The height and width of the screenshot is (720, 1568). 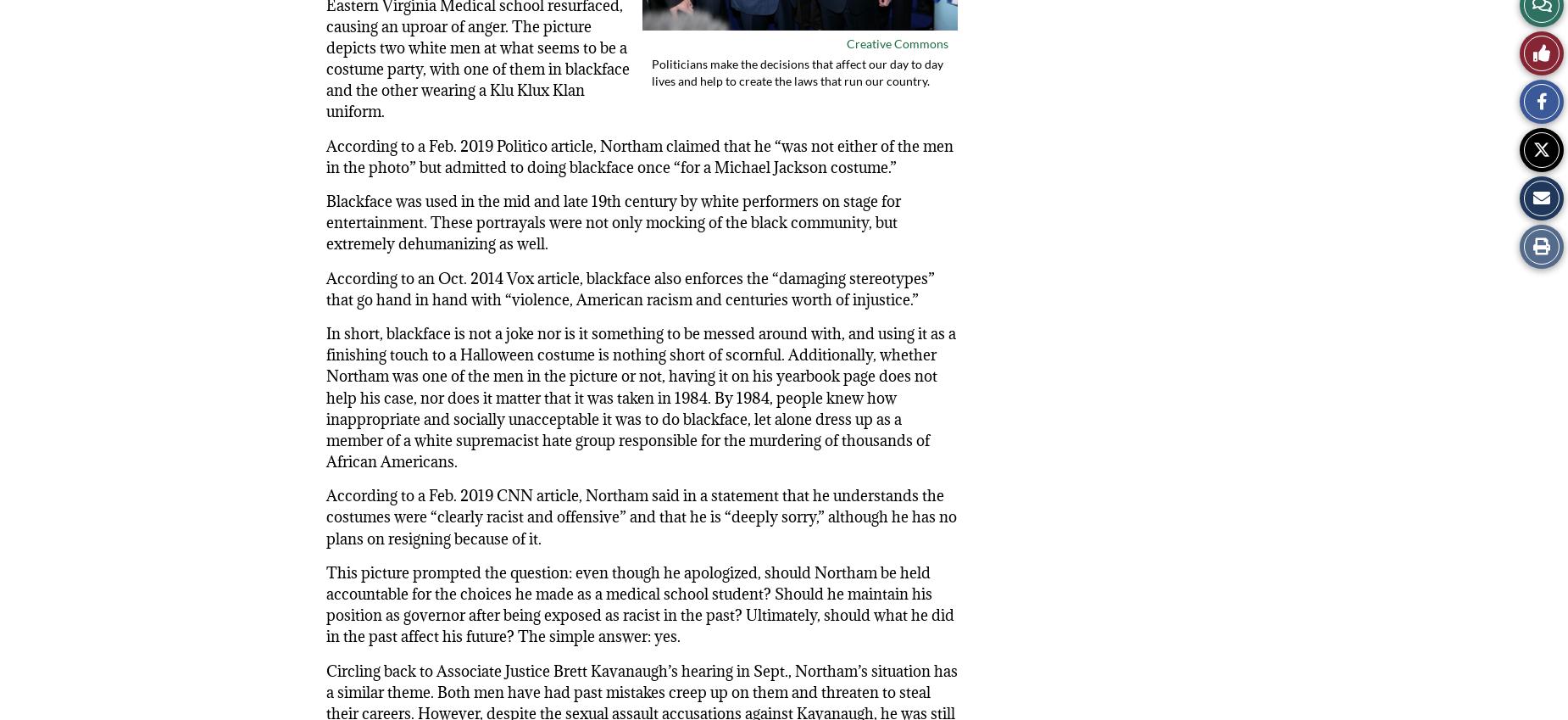 I want to click on 'Creative Commons', so click(x=896, y=42).